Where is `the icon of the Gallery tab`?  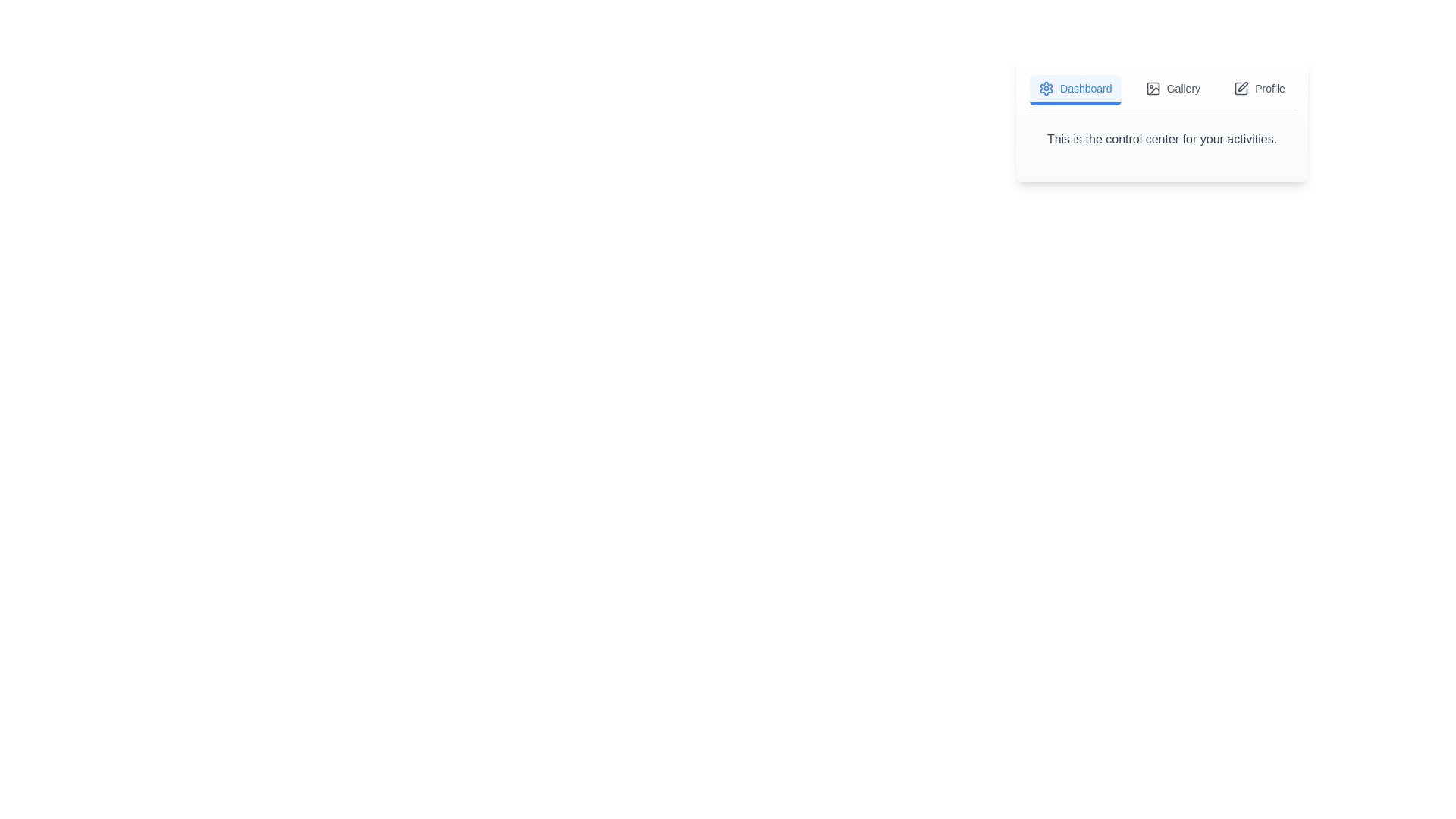
the icon of the Gallery tab is located at coordinates (1153, 88).